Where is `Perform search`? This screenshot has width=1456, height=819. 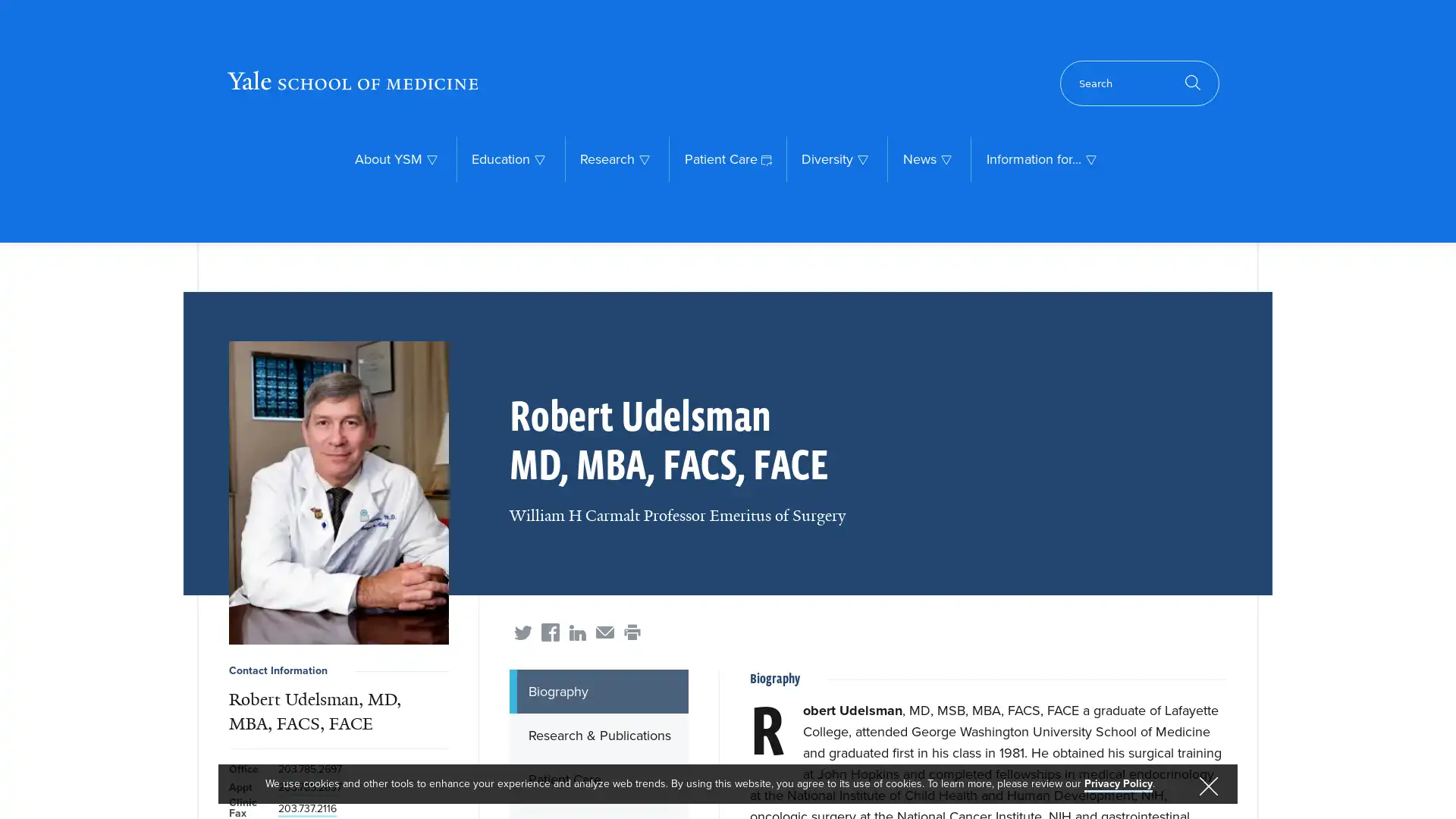
Perform search is located at coordinates (1139, 83).